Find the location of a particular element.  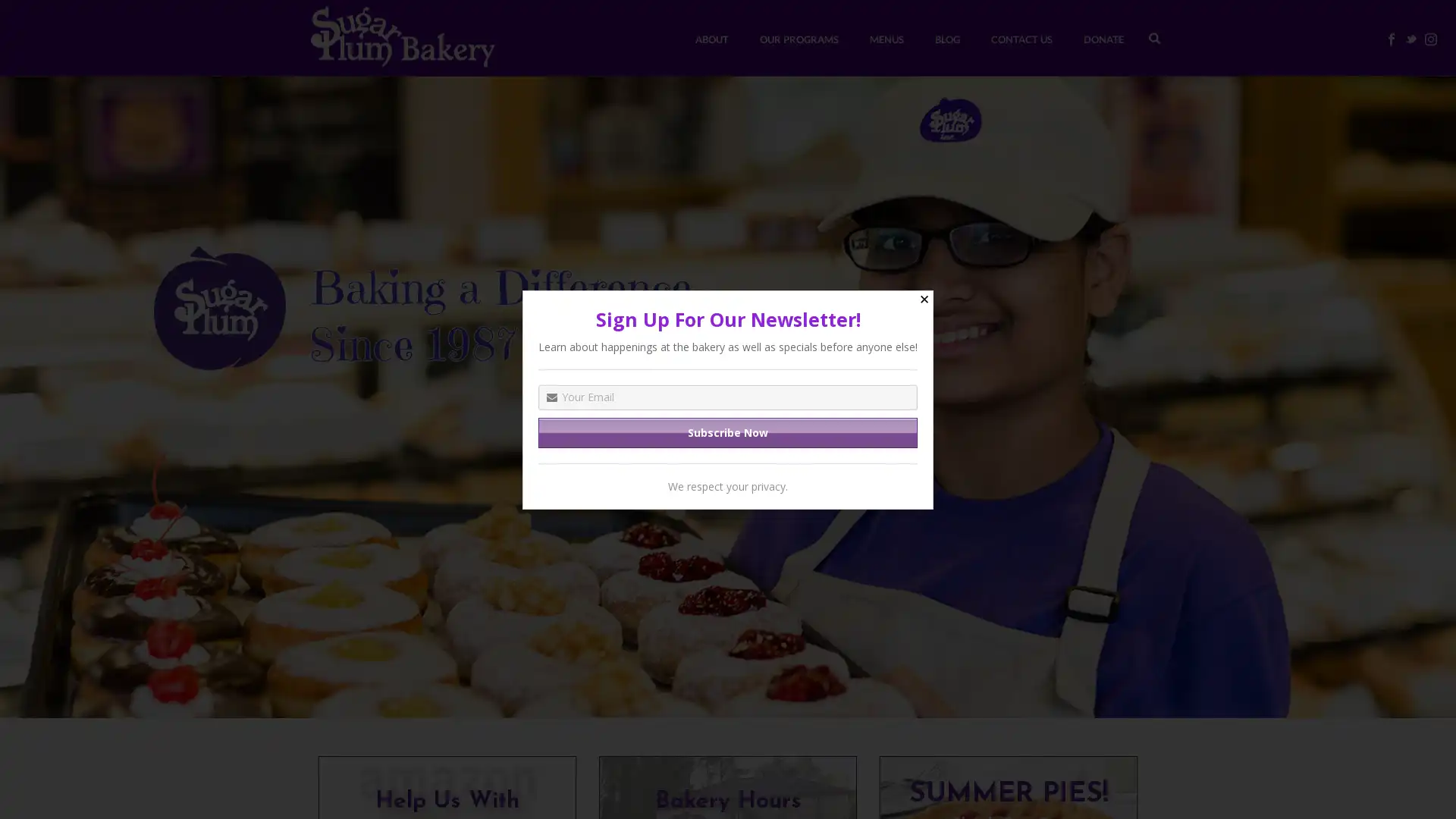

Close is located at coordinates (923, 300).